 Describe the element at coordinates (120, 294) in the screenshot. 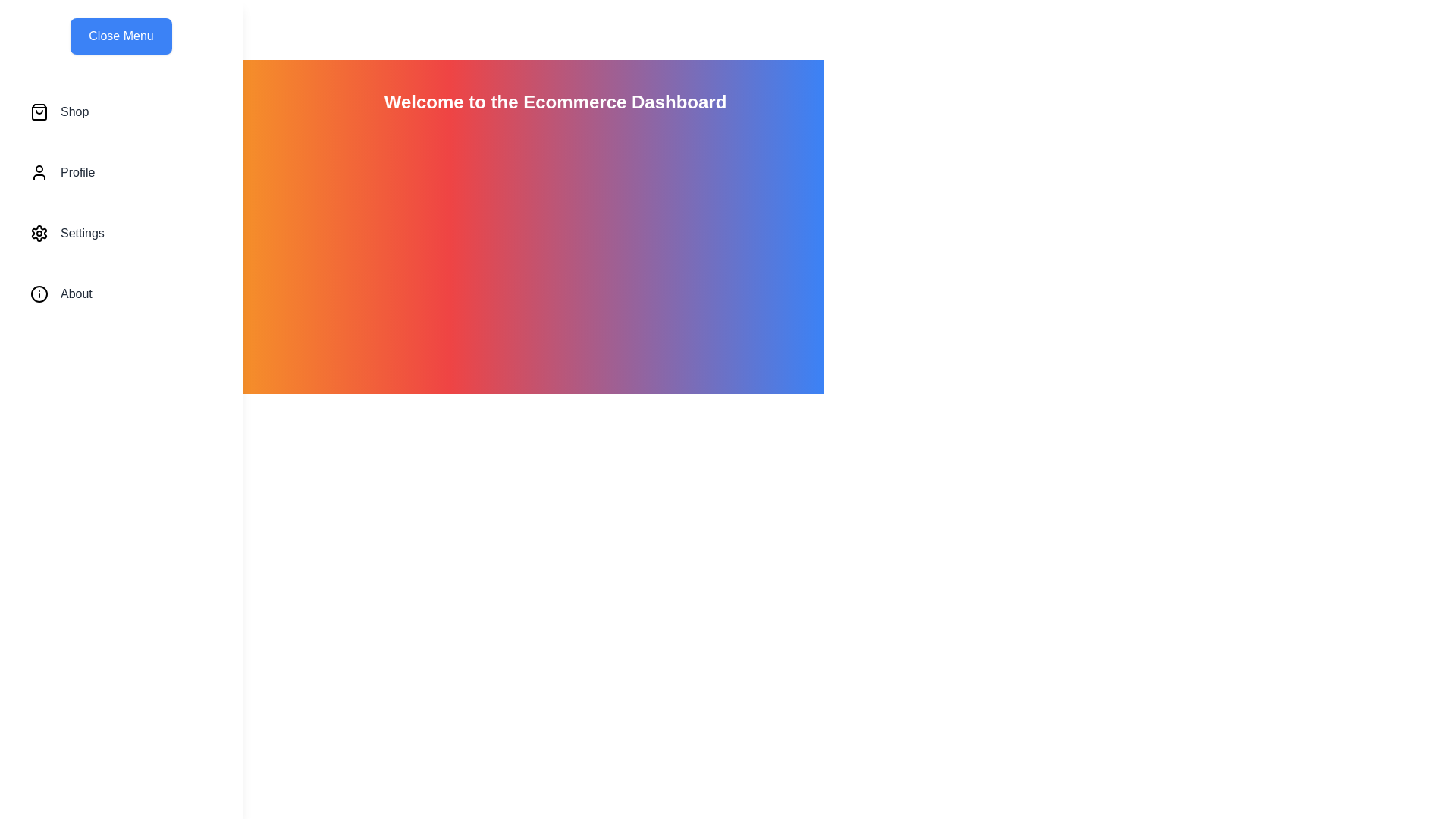

I see `the menu item About where About can be one of 'Shop', 'Profile', 'Settings', or 'About'` at that location.